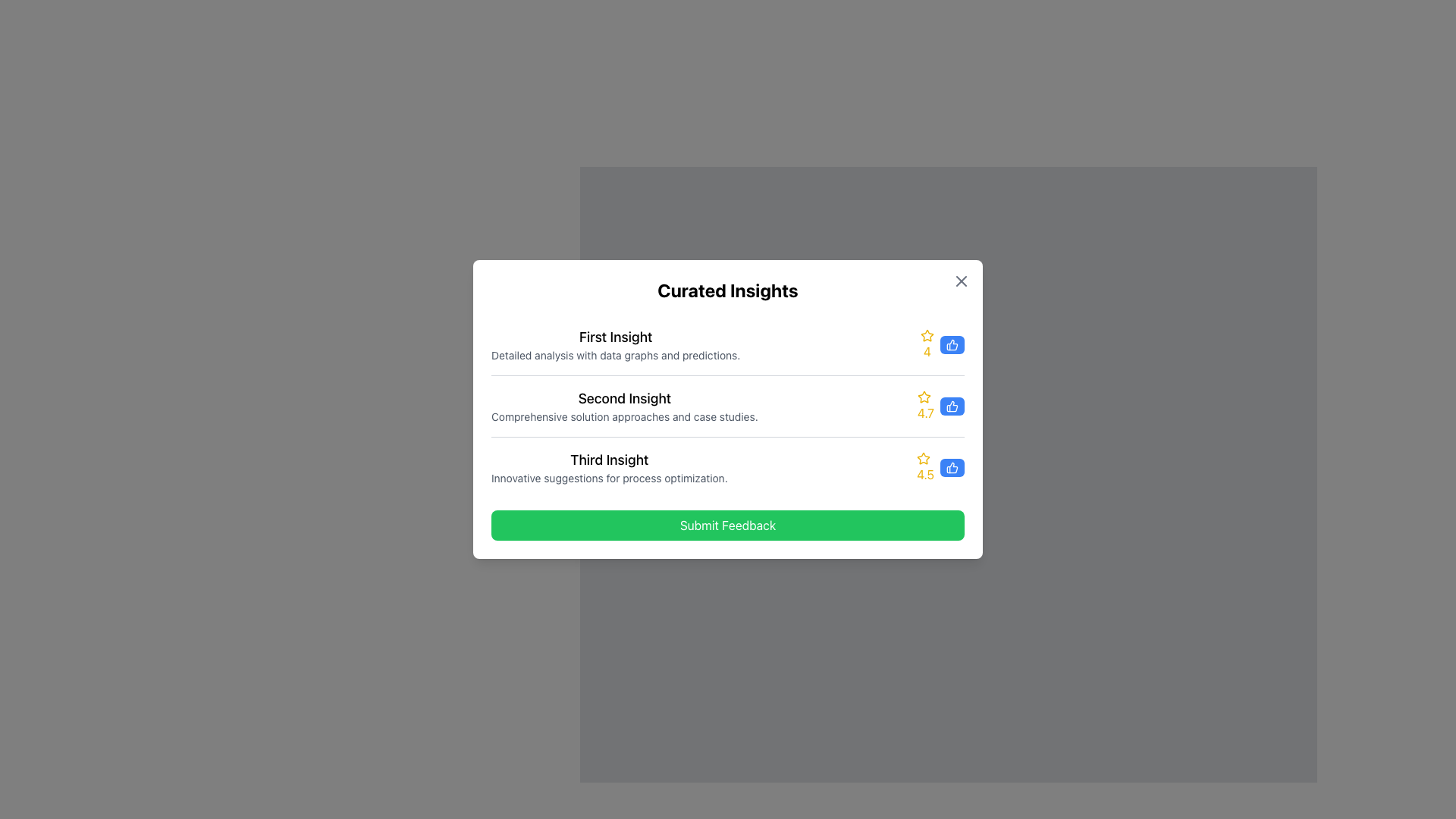  I want to click on the blue button with a white thumbs-up icon located in the top-right portion of the first insight entry within the modal dialogue to register feedback, so click(942, 345).